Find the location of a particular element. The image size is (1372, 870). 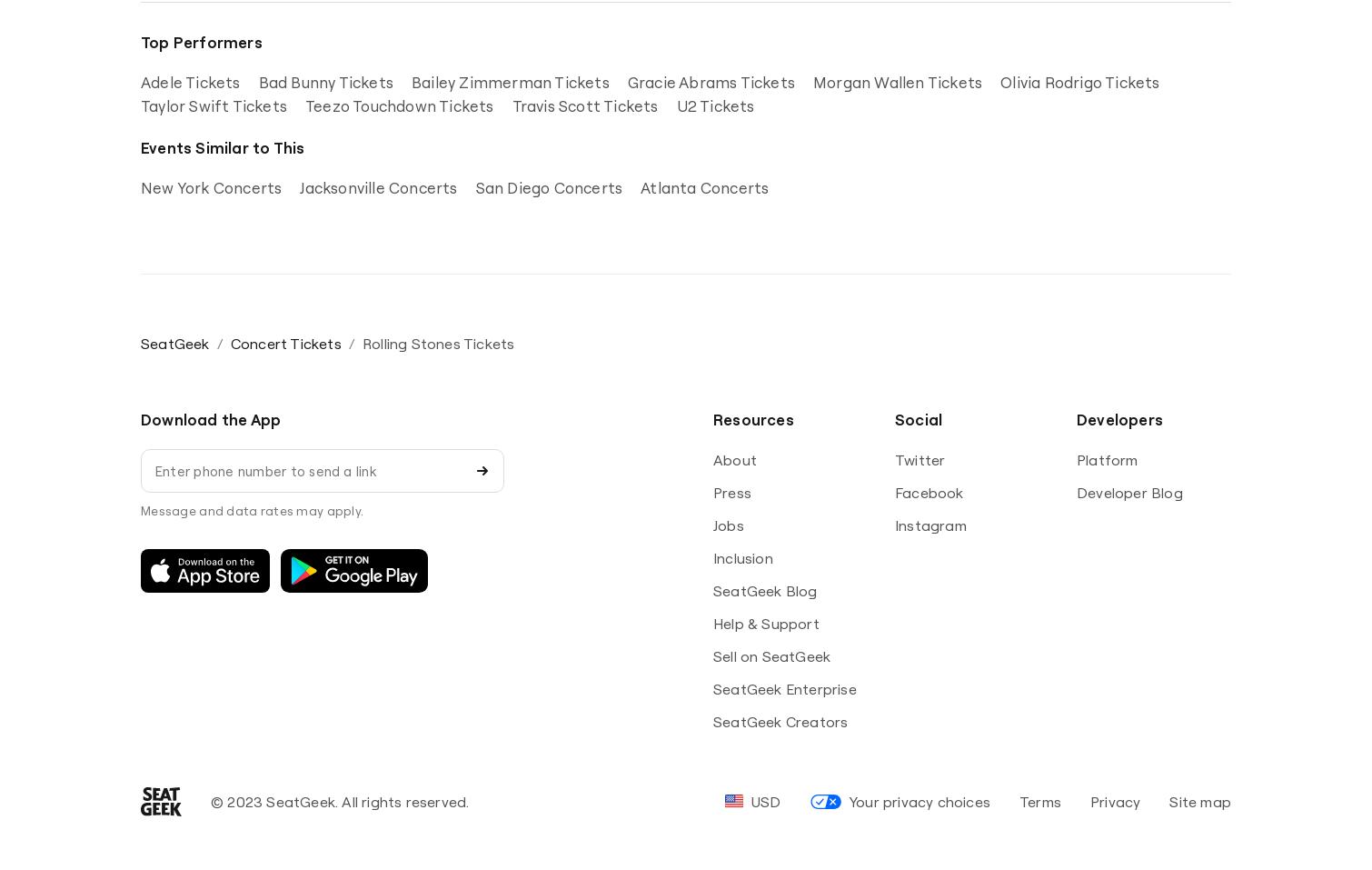

'Jobs' is located at coordinates (713, 525).